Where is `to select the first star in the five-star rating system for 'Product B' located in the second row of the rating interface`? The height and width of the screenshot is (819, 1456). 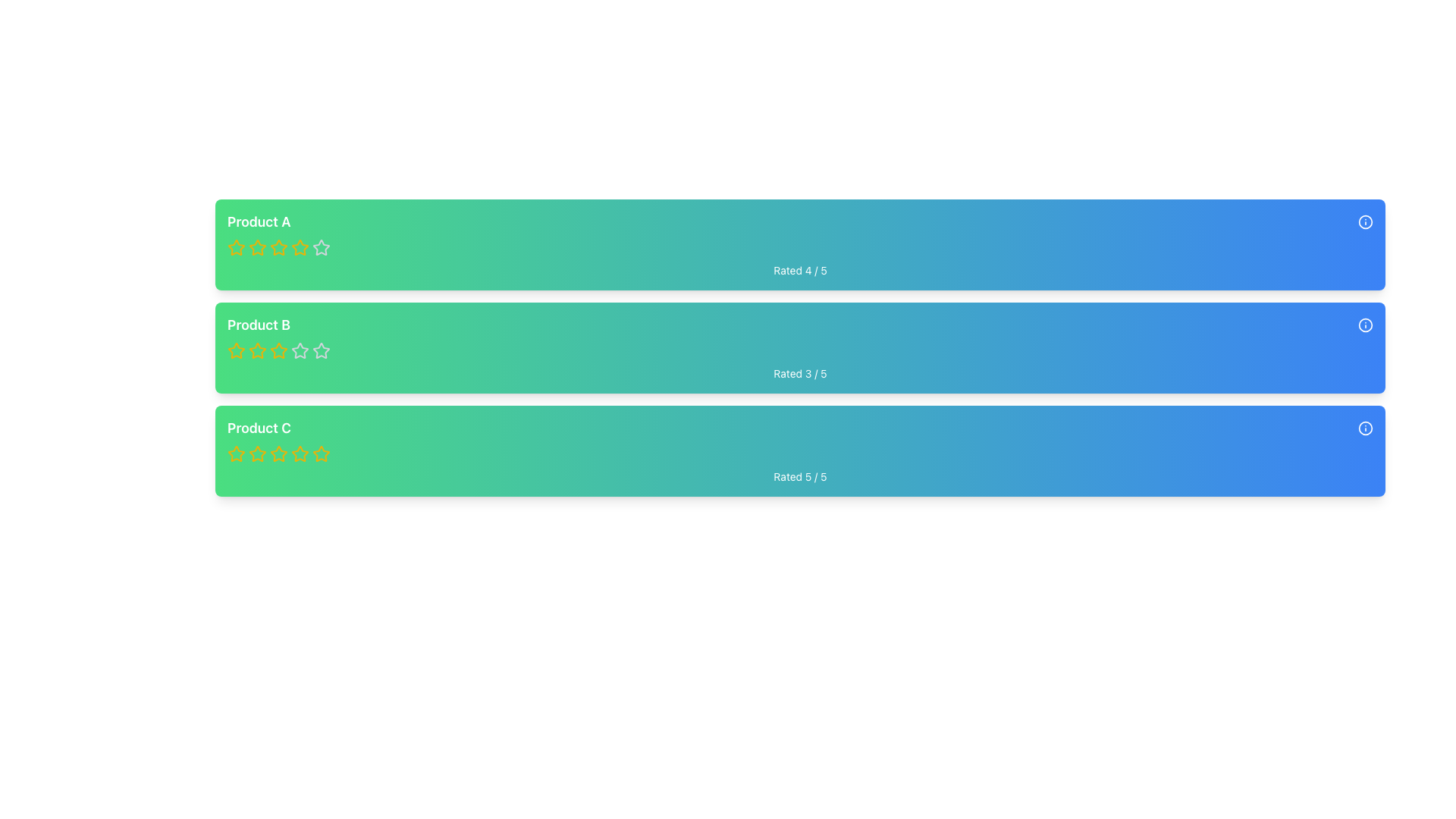
to select the first star in the five-star rating system for 'Product B' located in the second row of the rating interface is located at coordinates (236, 350).